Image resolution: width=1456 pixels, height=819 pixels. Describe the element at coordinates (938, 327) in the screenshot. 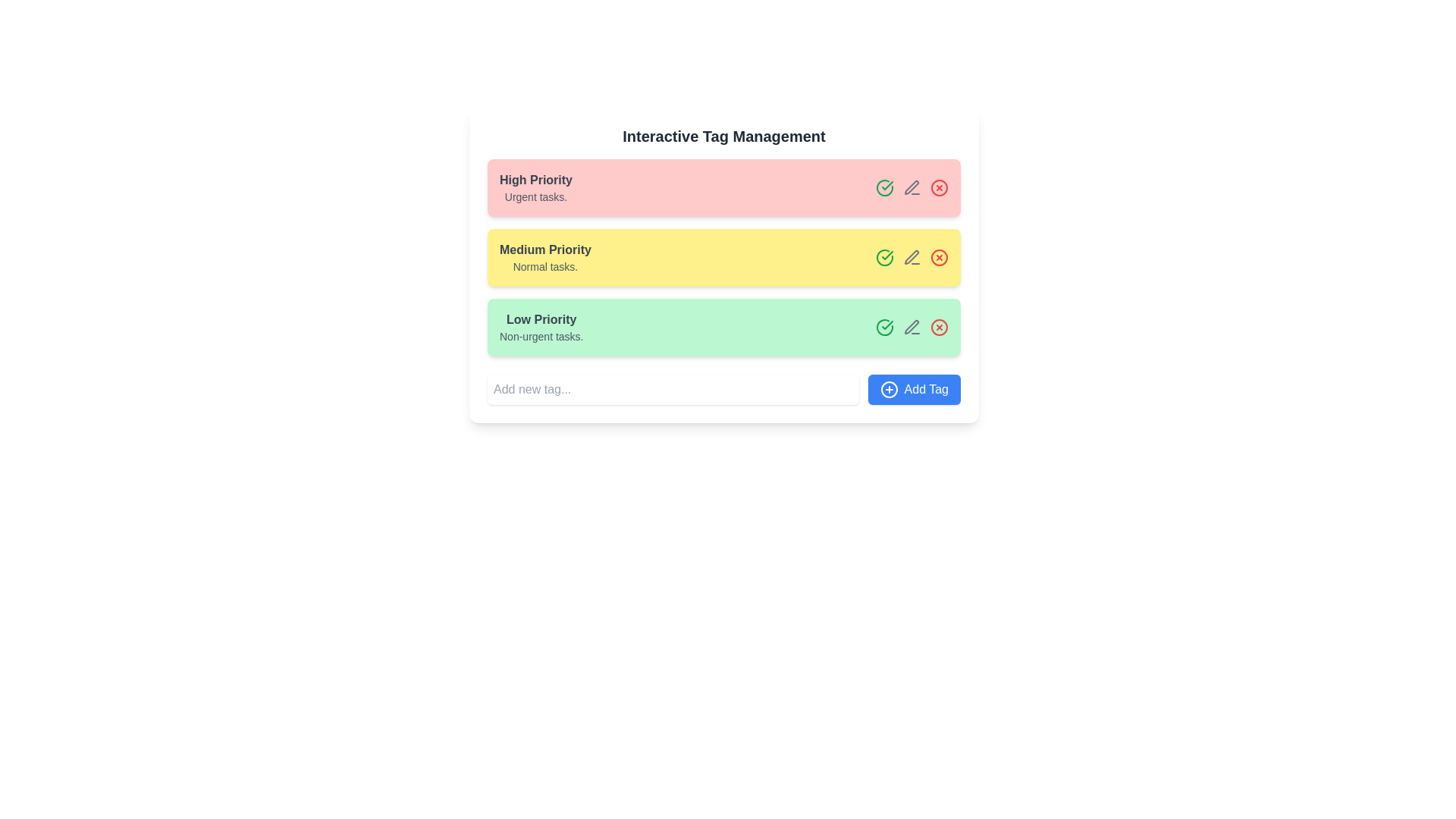

I see `the circular button with a red border containing an 'X' symbol, located at the far-right side of the green 'Low Priority' section` at that location.